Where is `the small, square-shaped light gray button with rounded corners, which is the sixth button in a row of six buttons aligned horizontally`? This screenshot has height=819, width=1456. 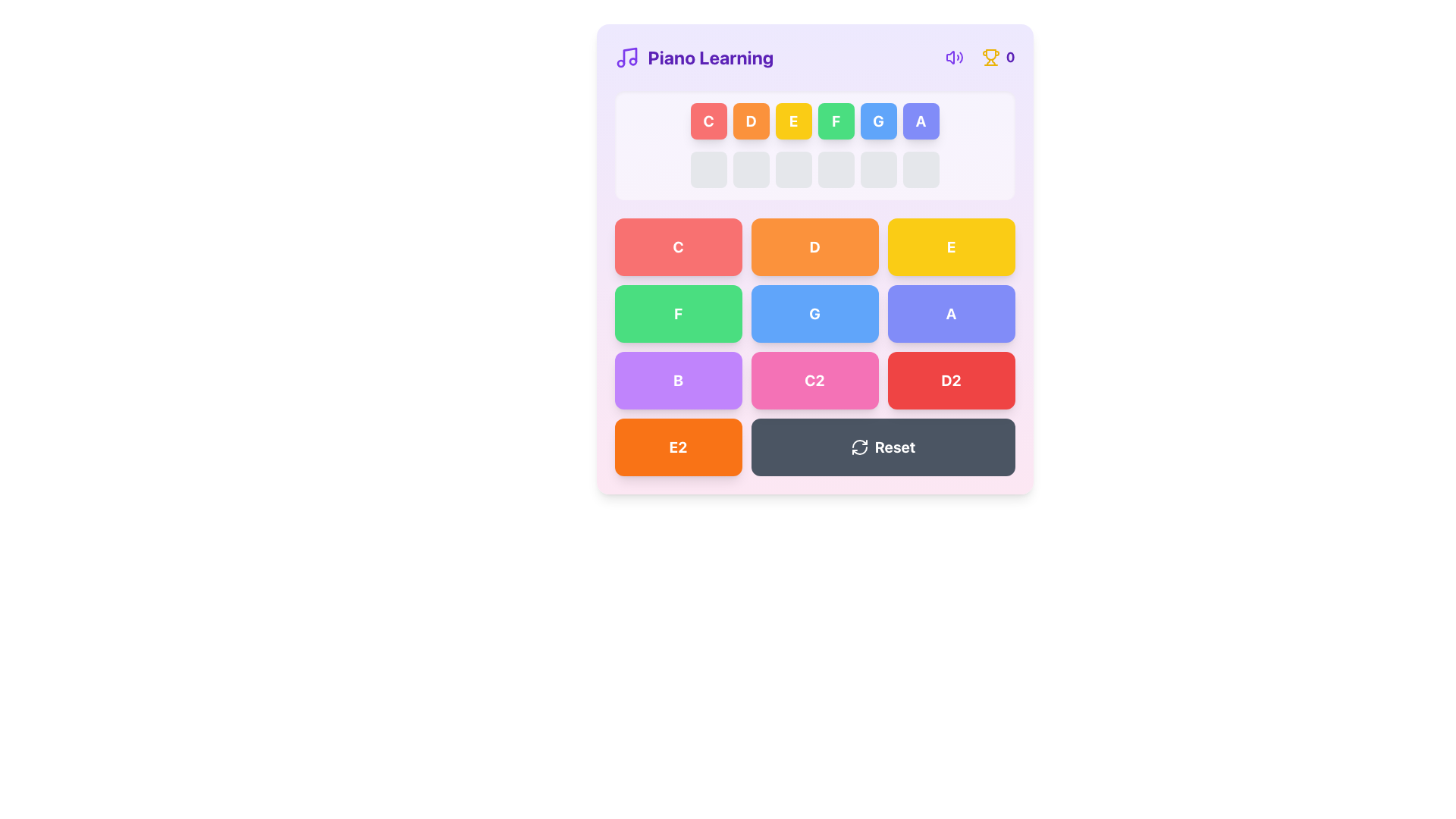
the small, square-shaped light gray button with rounded corners, which is the sixth button in a row of six buttons aligned horizontally is located at coordinates (920, 169).